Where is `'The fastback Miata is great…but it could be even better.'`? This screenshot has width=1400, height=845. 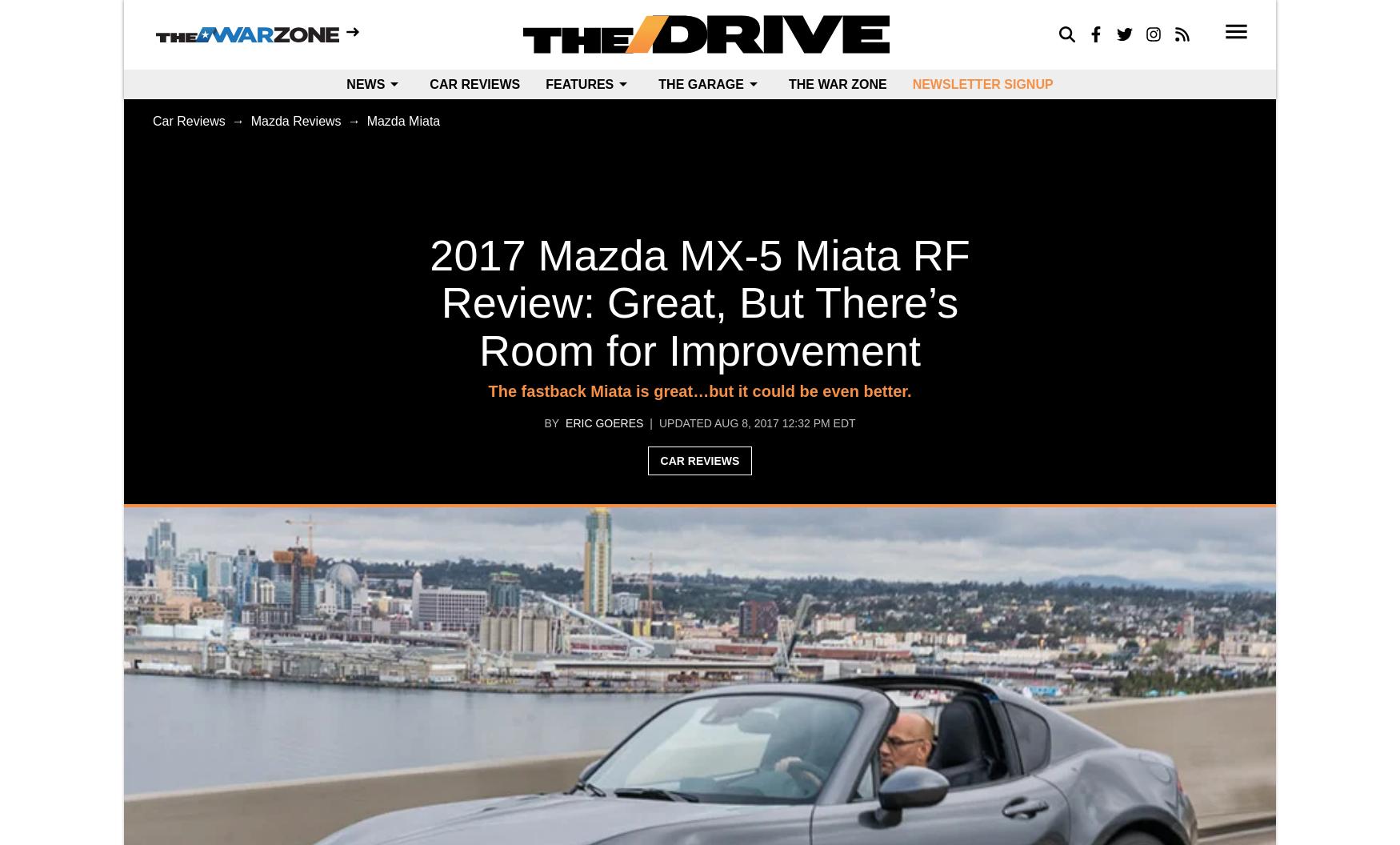
'The fastback Miata is great…but it could be even better.' is located at coordinates (699, 390).